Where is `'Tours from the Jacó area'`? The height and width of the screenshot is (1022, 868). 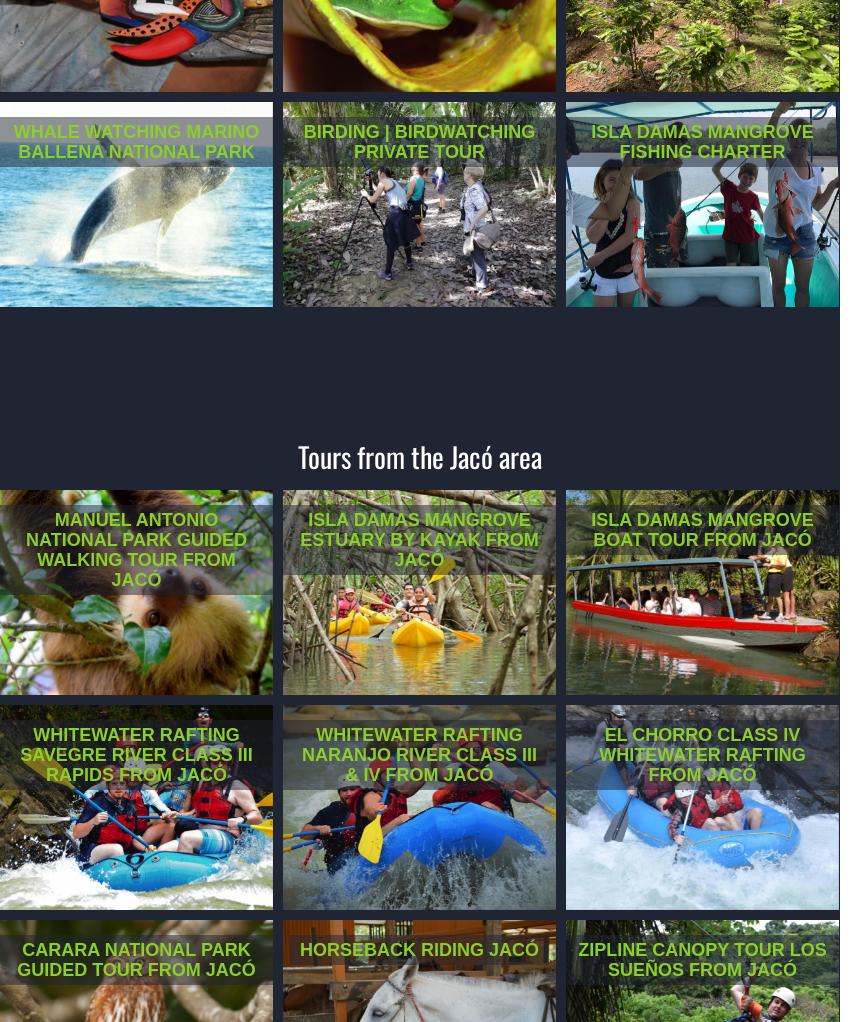
'Tours from the Jacó area' is located at coordinates (297, 455).